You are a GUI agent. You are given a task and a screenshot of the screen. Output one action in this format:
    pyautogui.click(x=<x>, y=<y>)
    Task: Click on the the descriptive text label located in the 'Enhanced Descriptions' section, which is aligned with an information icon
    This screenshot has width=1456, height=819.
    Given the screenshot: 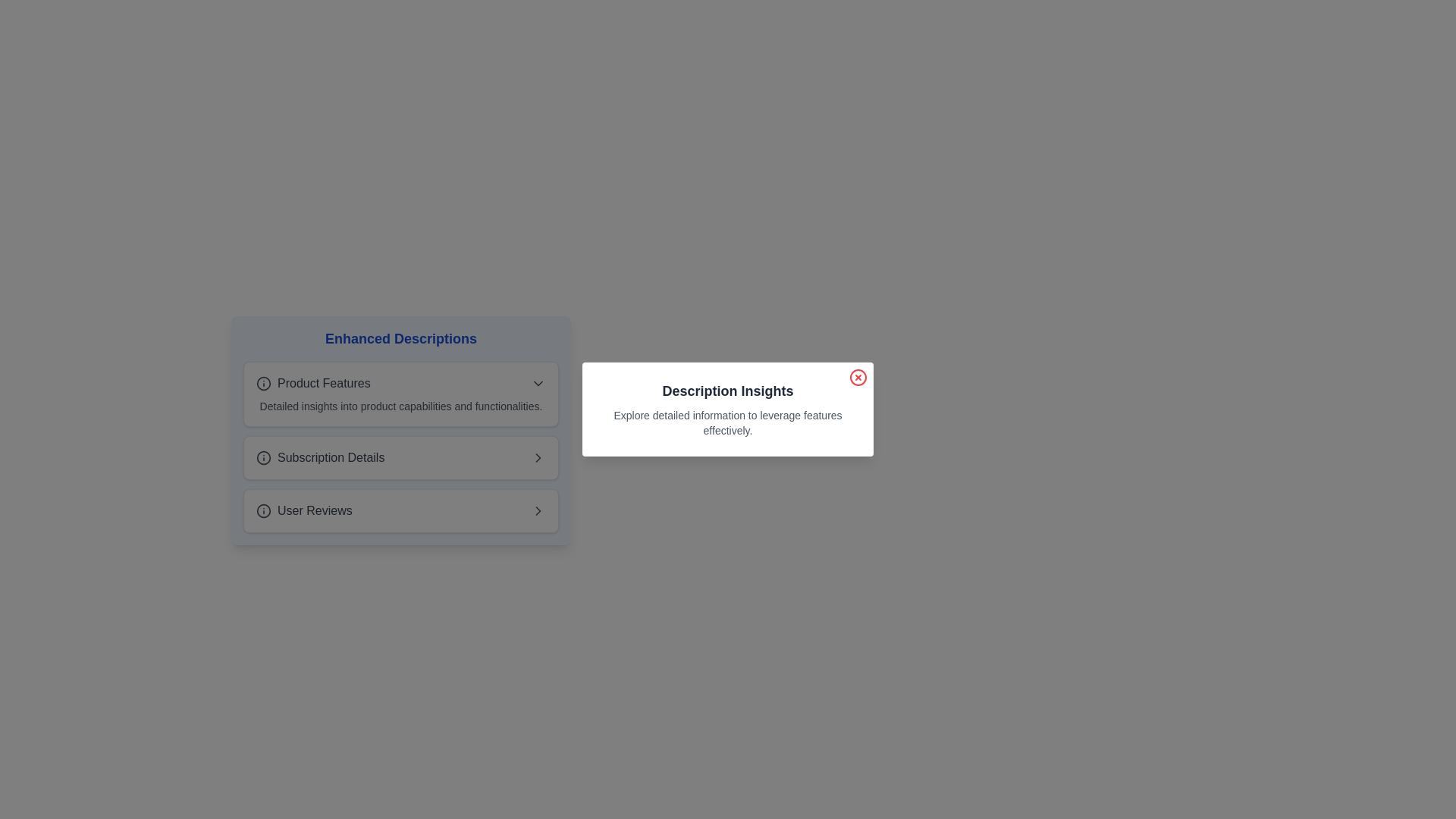 What is the action you would take?
    pyautogui.click(x=323, y=382)
    